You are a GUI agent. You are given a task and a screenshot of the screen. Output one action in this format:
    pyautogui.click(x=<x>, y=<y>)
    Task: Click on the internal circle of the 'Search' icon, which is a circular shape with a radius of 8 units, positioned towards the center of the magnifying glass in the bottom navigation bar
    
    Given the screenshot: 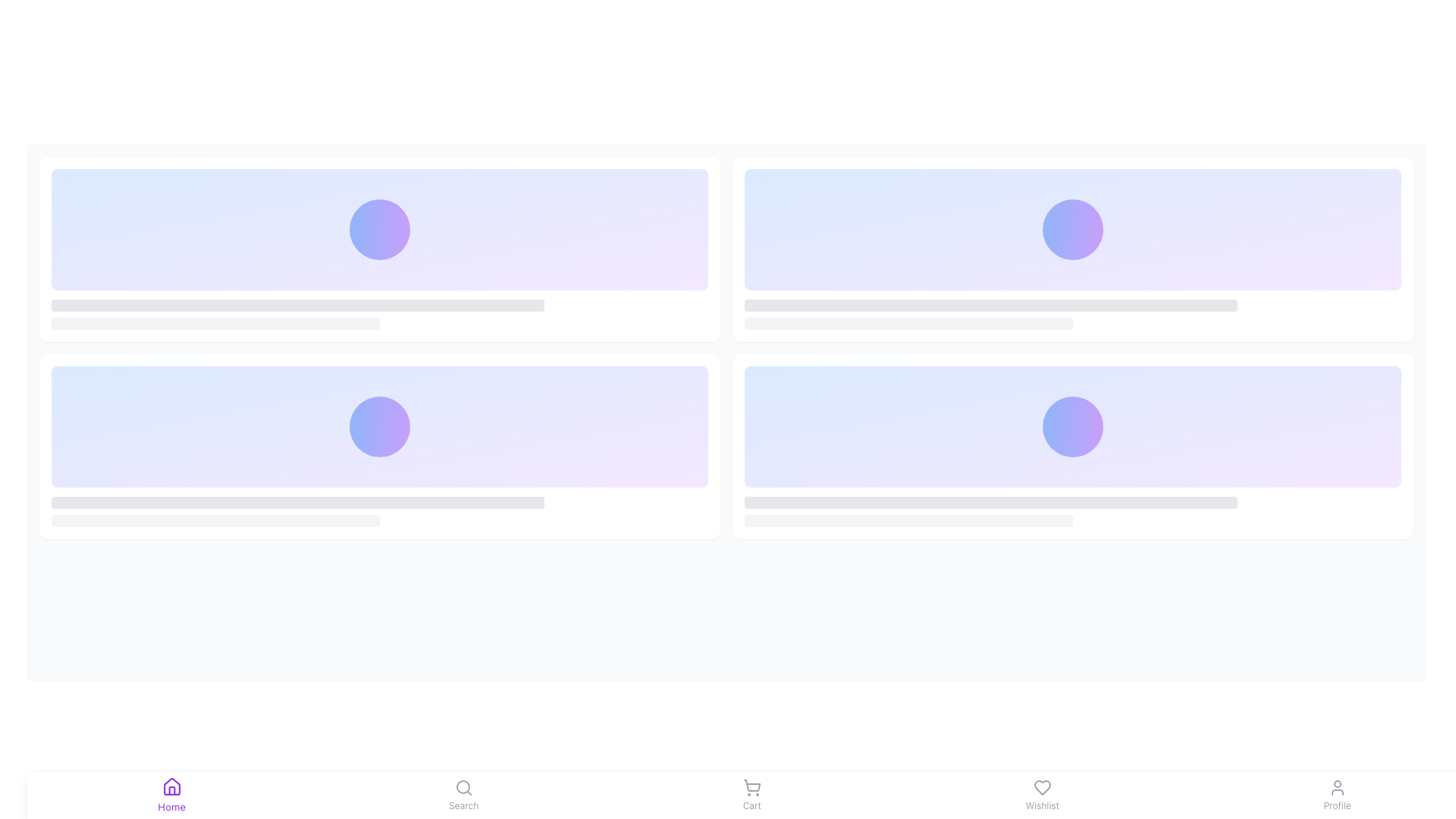 What is the action you would take?
    pyautogui.click(x=462, y=786)
    